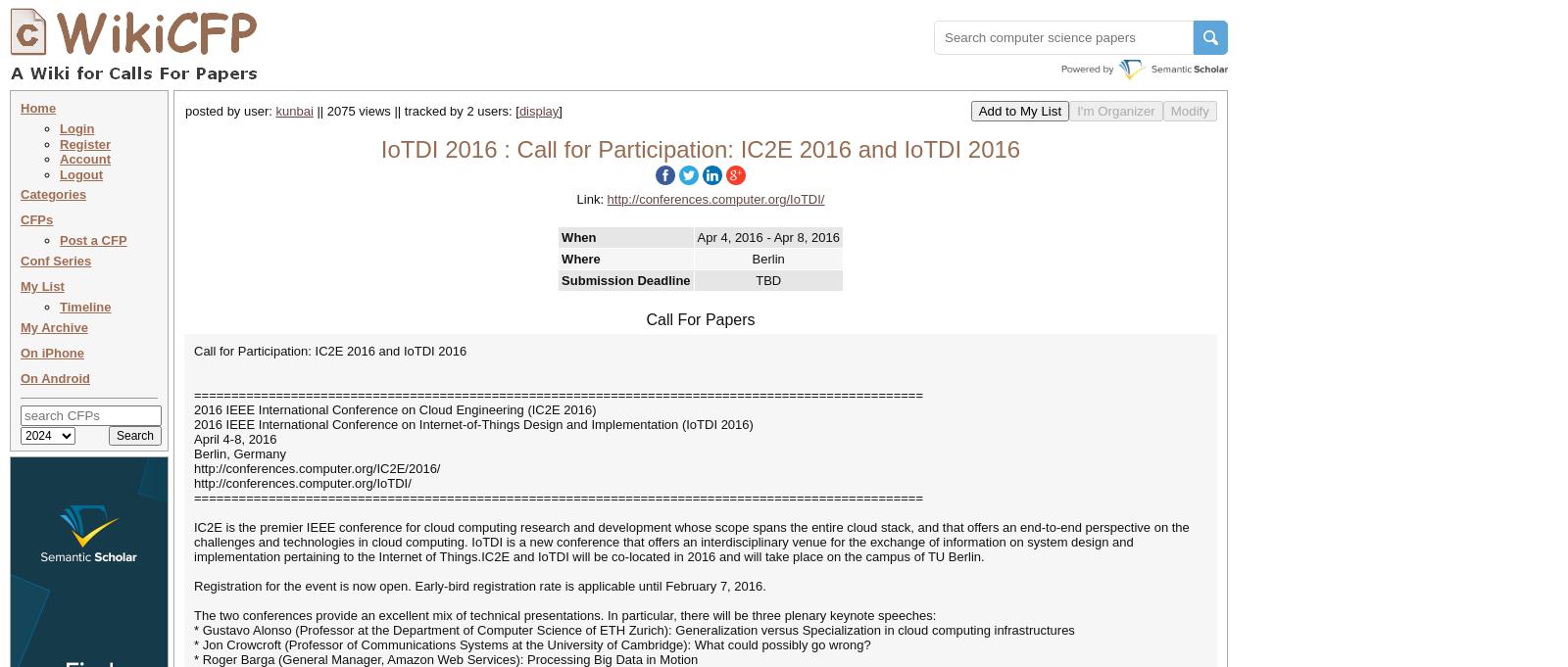 Image resolution: width=1568 pixels, height=667 pixels. What do you see at coordinates (575, 199) in the screenshot?
I see `'Link:'` at bounding box center [575, 199].